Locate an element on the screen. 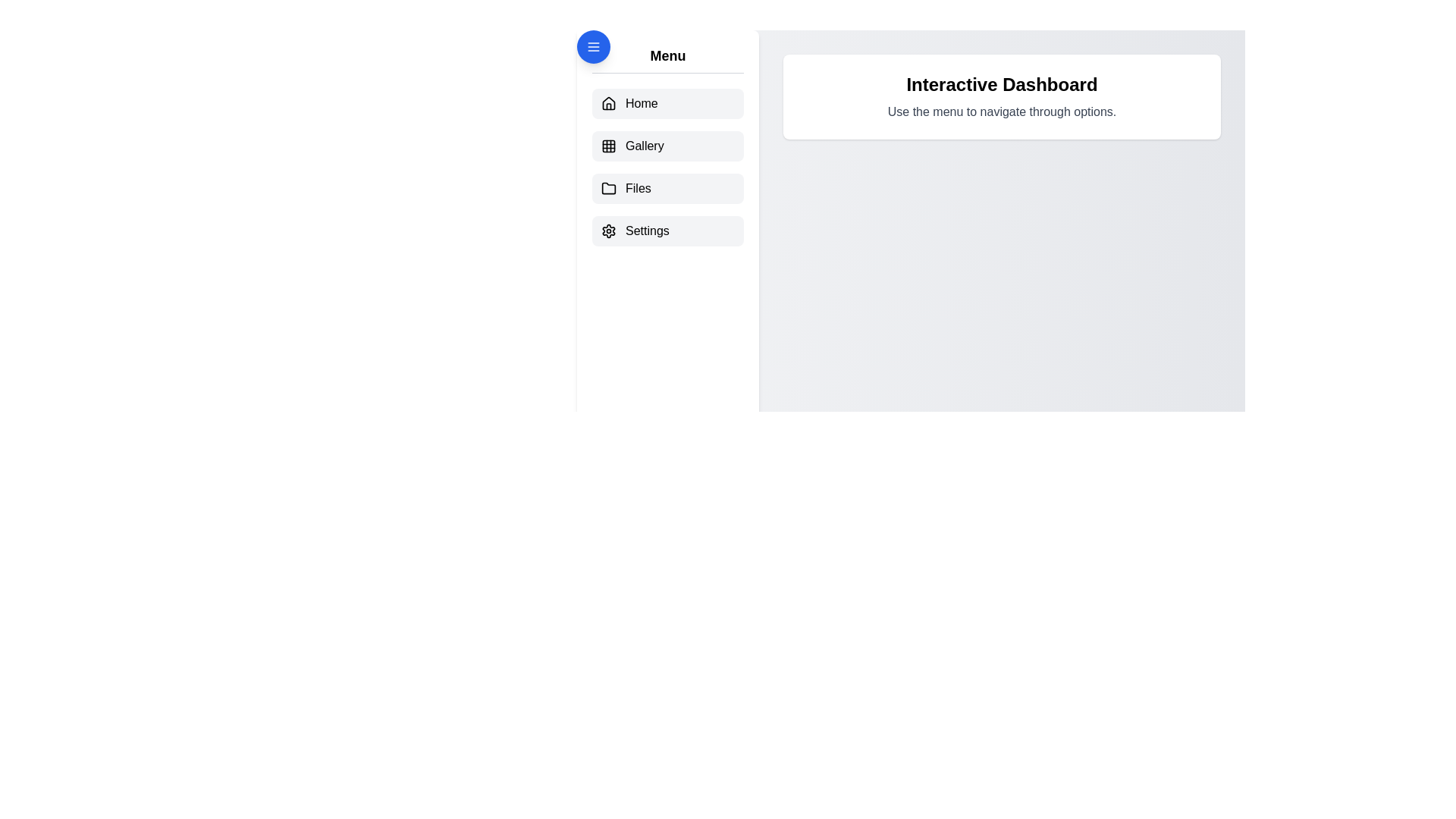 This screenshot has width=1456, height=819. button in the top-left corner to toggle the drawer open or closed is located at coordinates (592, 45).